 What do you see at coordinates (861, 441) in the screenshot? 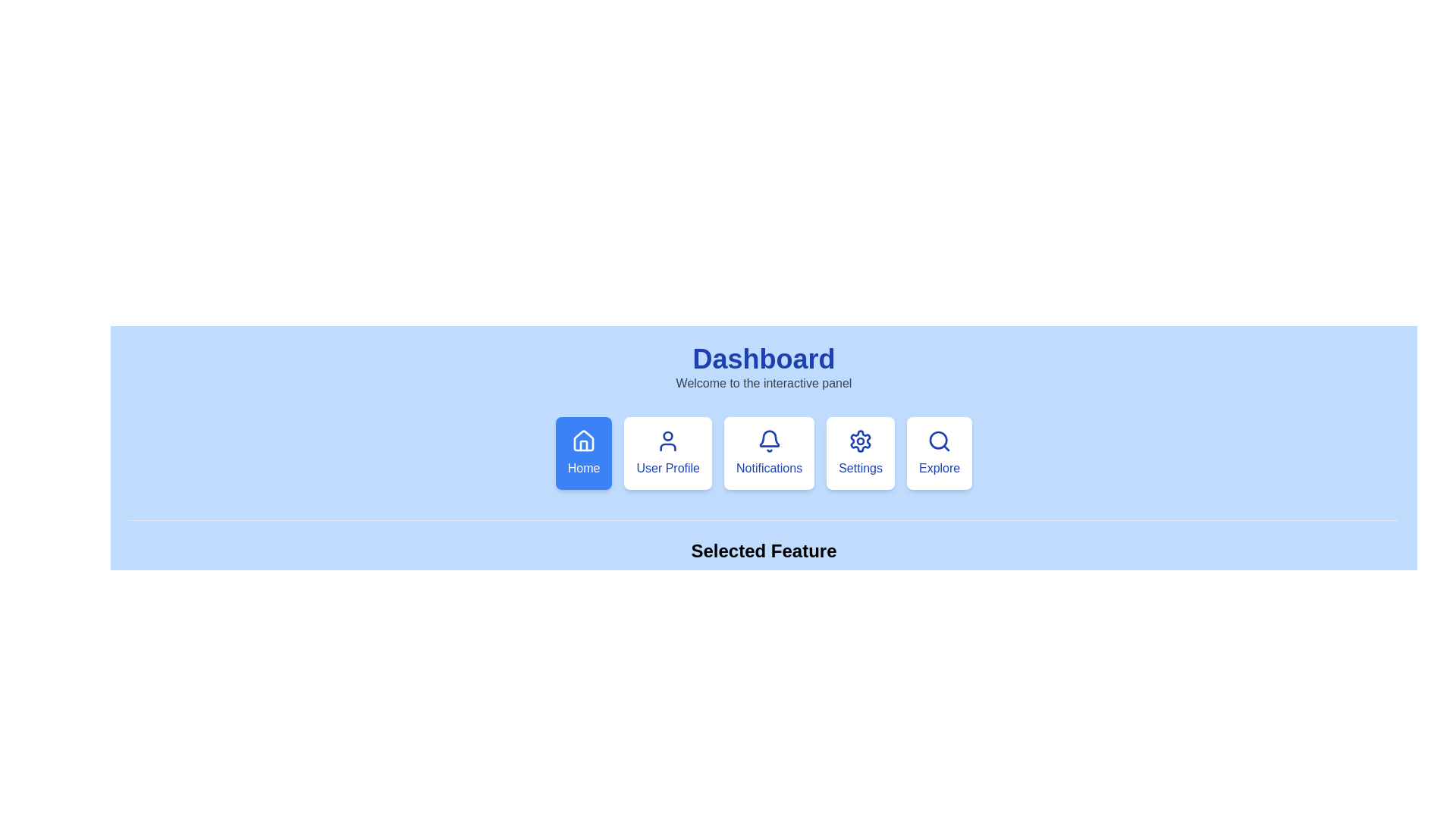
I see `the gear-shaped settings icon located in the fourth box from the left in the second row of the interface, which is positioned among the navigation options below the 'Dashboard' heading` at bounding box center [861, 441].